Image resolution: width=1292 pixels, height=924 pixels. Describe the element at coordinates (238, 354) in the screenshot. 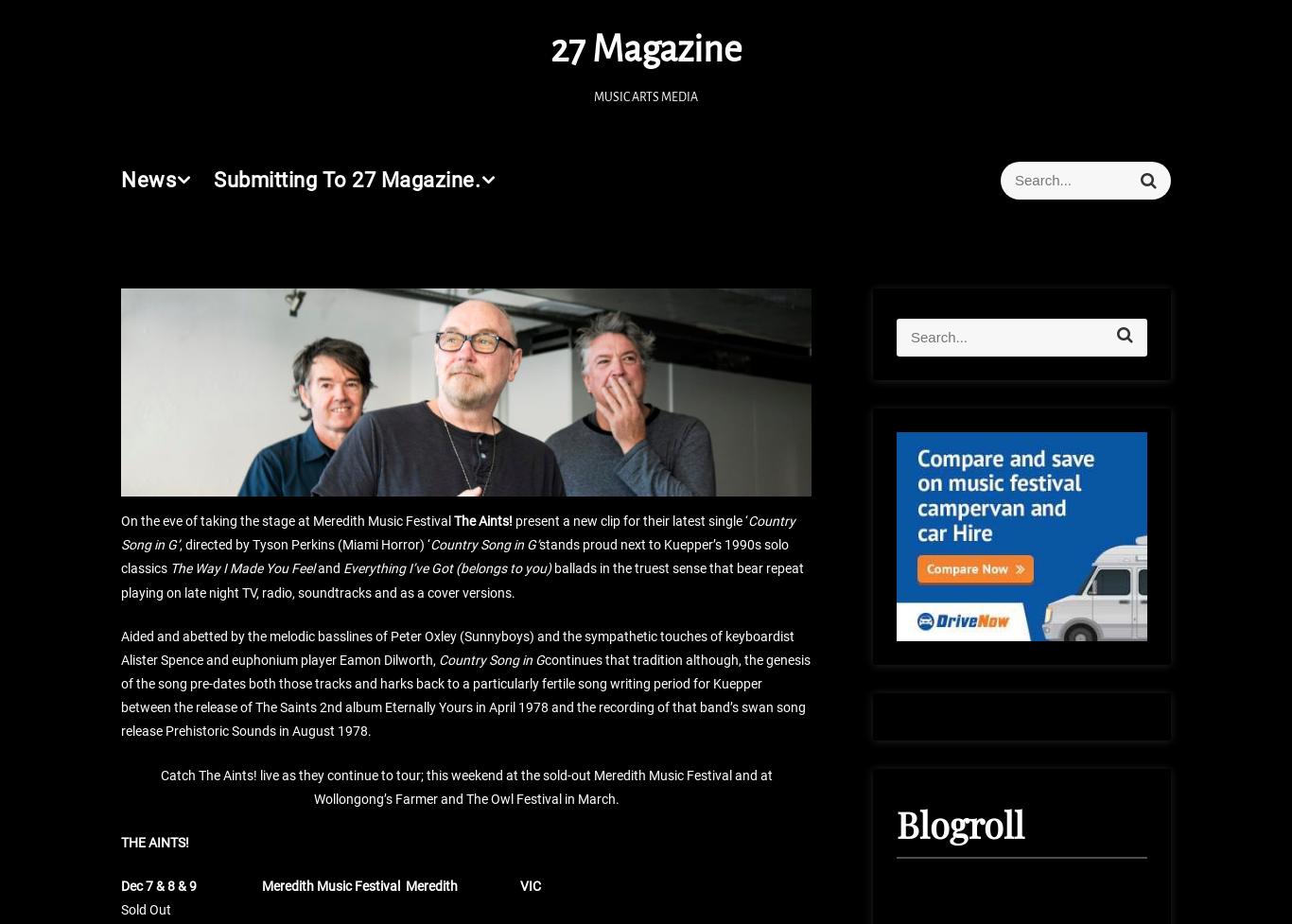

I see `'Live Review: Robbie Williams'` at that location.